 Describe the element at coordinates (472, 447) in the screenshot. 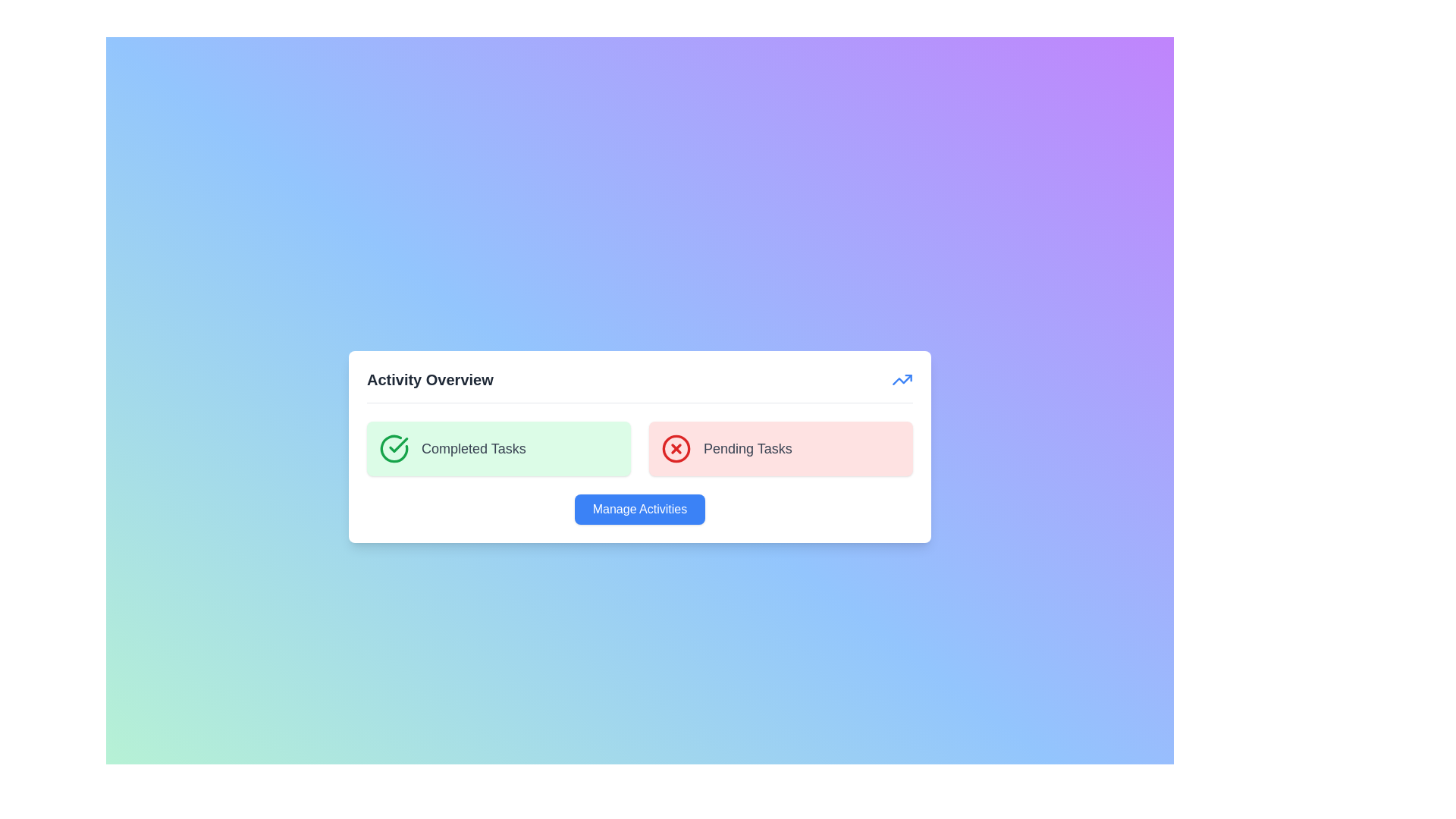

I see `the 'Completed Tasks' text label located to the right of the checkmark icon within the green rectangular area of the dashboard widget` at that location.